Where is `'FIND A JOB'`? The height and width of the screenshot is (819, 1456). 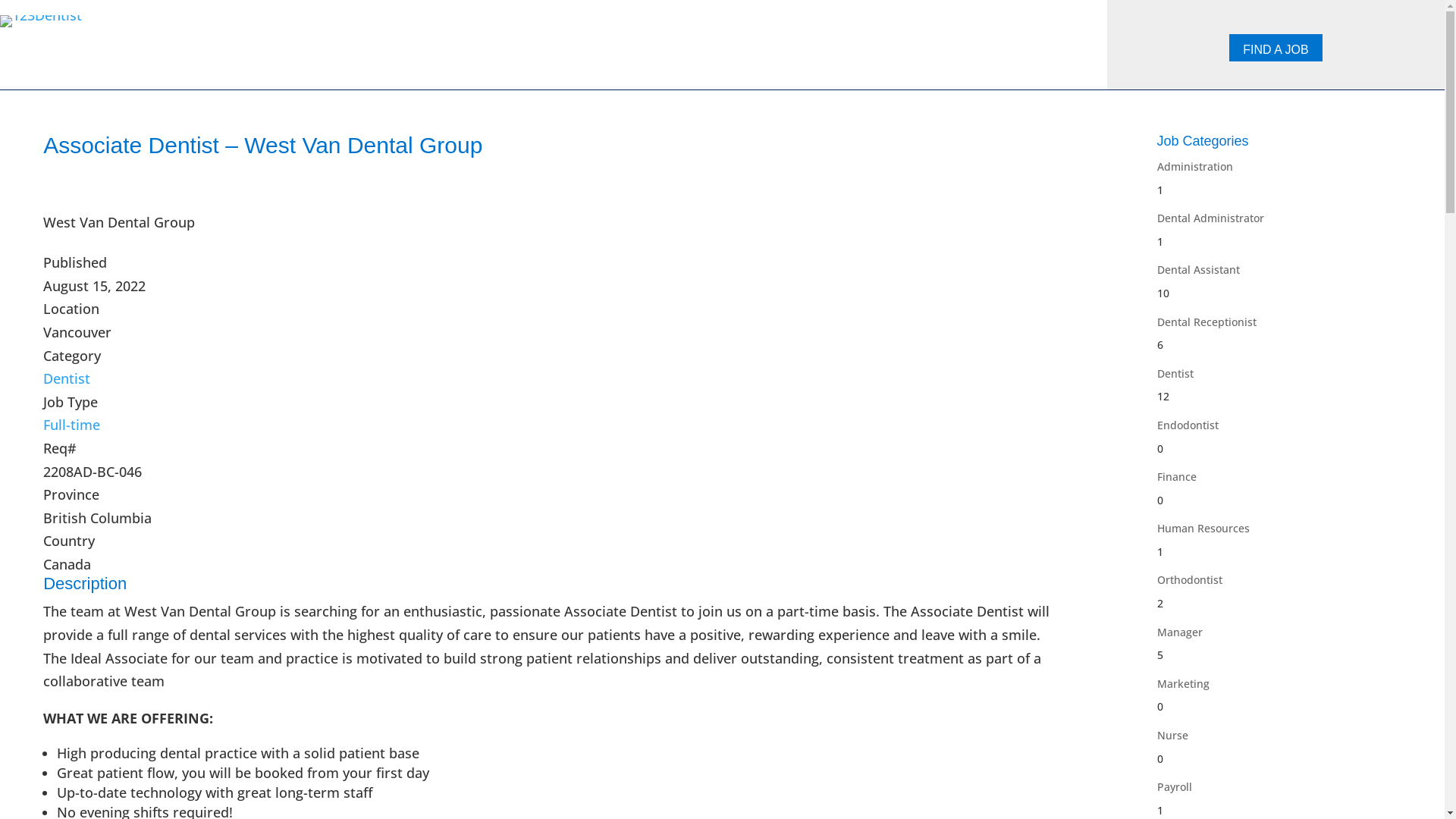 'FIND A JOB' is located at coordinates (1229, 46).